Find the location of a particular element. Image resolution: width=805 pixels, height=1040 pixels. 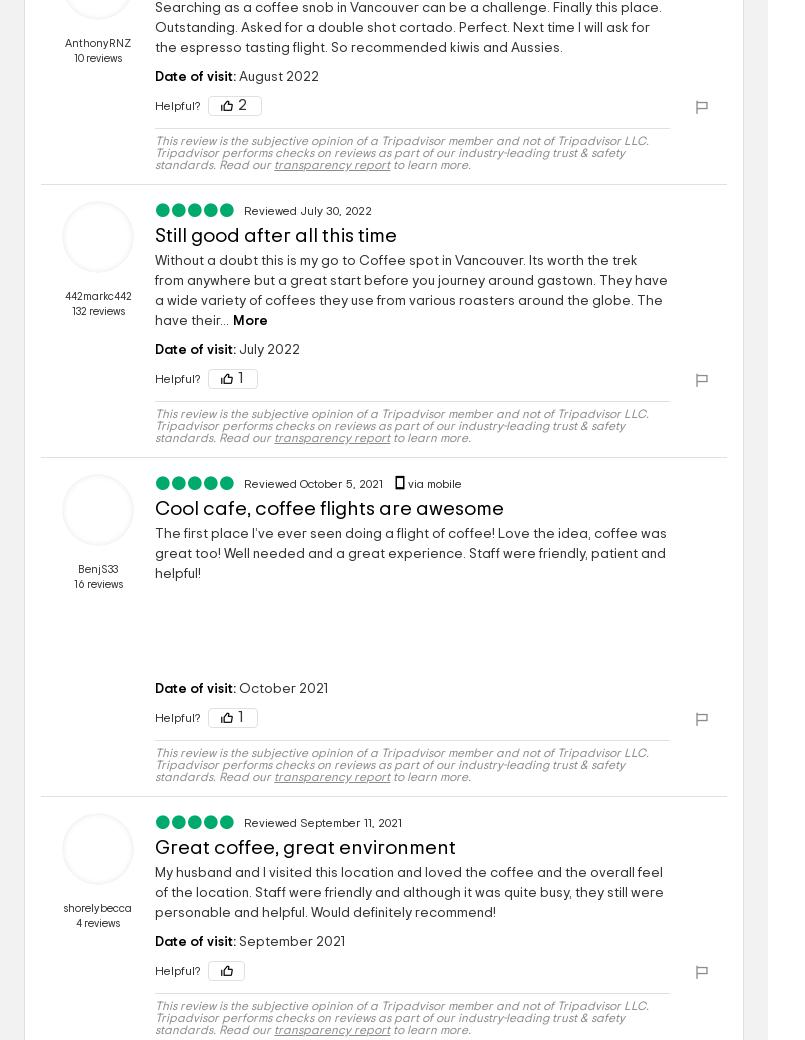

'Reviewed October 5, 2021' is located at coordinates (313, 484).